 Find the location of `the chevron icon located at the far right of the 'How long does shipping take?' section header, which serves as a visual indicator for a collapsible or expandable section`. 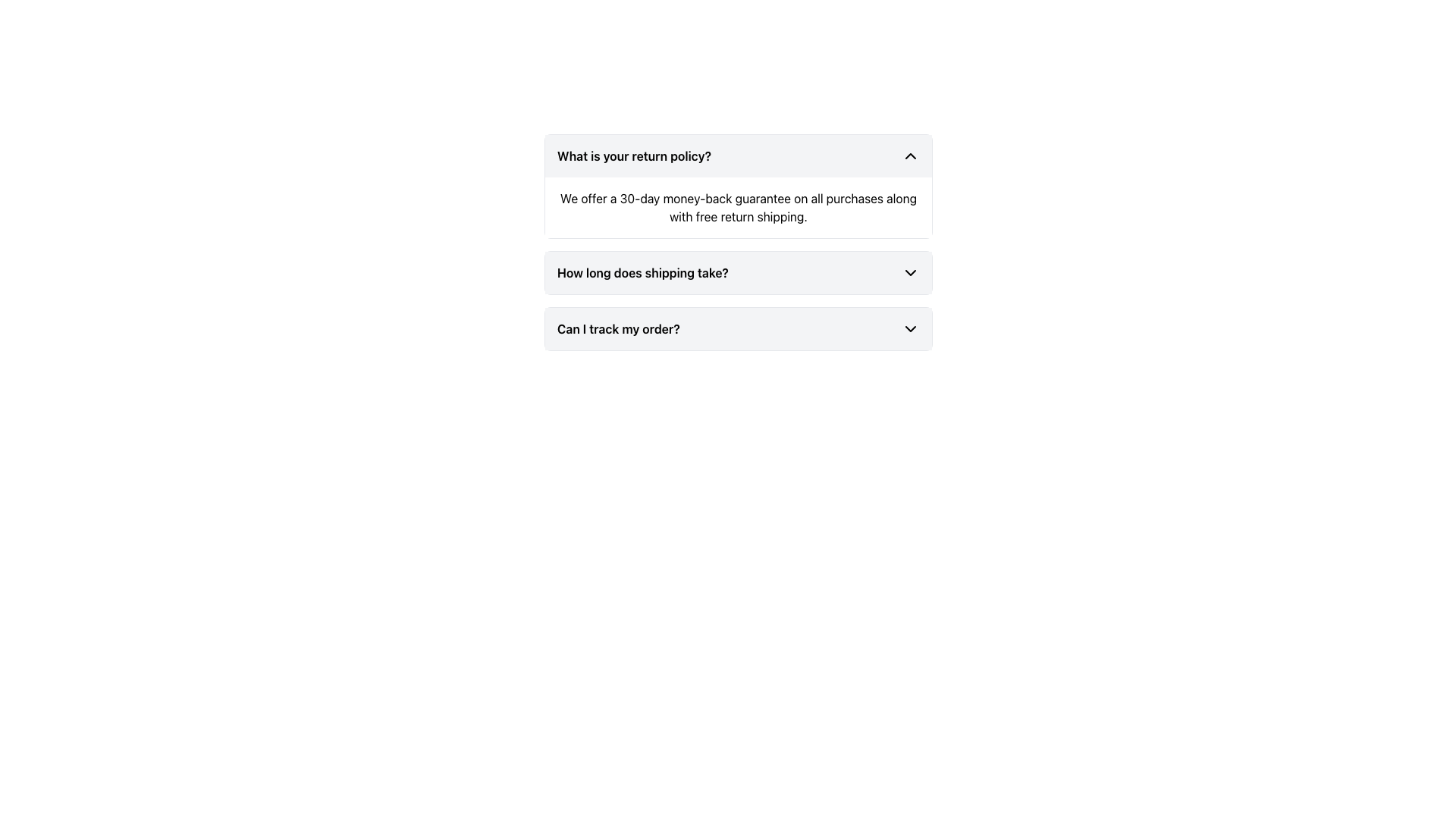

the chevron icon located at the far right of the 'How long does shipping take?' section header, which serves as a visual indicator for a collapsible or expandable section is located at coordinates (910, 271).